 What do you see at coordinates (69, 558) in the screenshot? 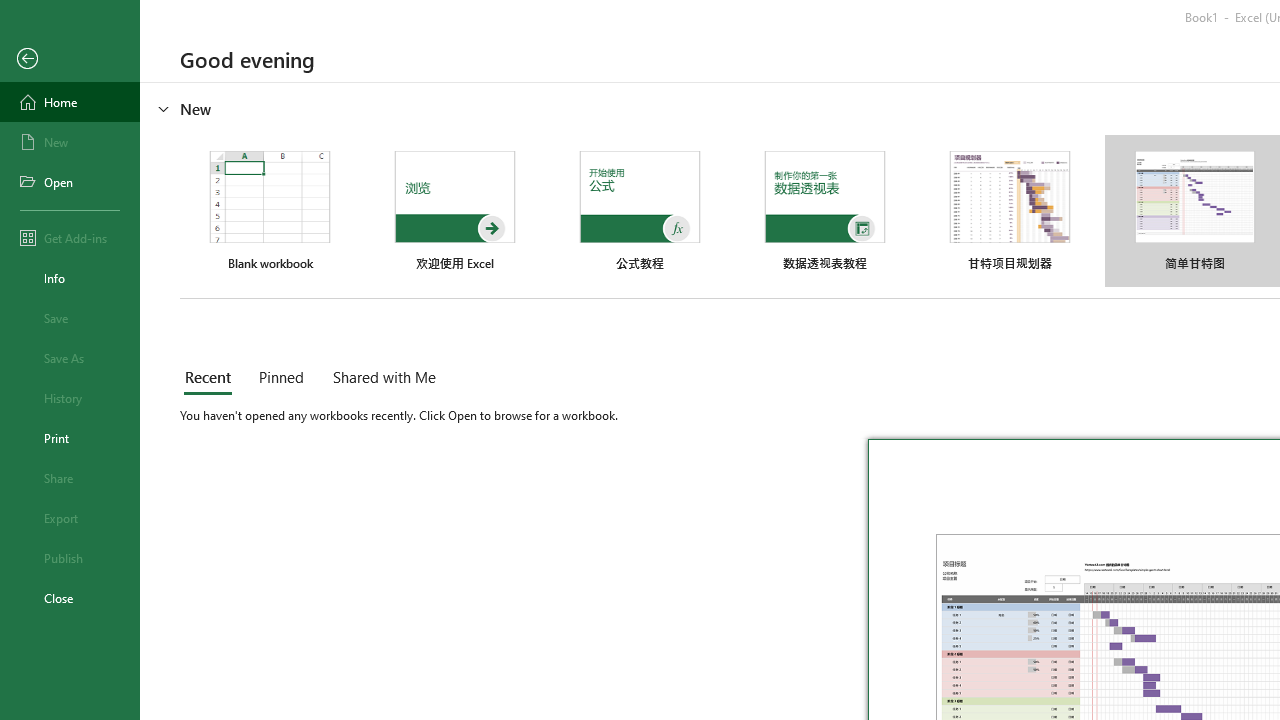
I see `'Publish'` at bounding box center [69, 558].